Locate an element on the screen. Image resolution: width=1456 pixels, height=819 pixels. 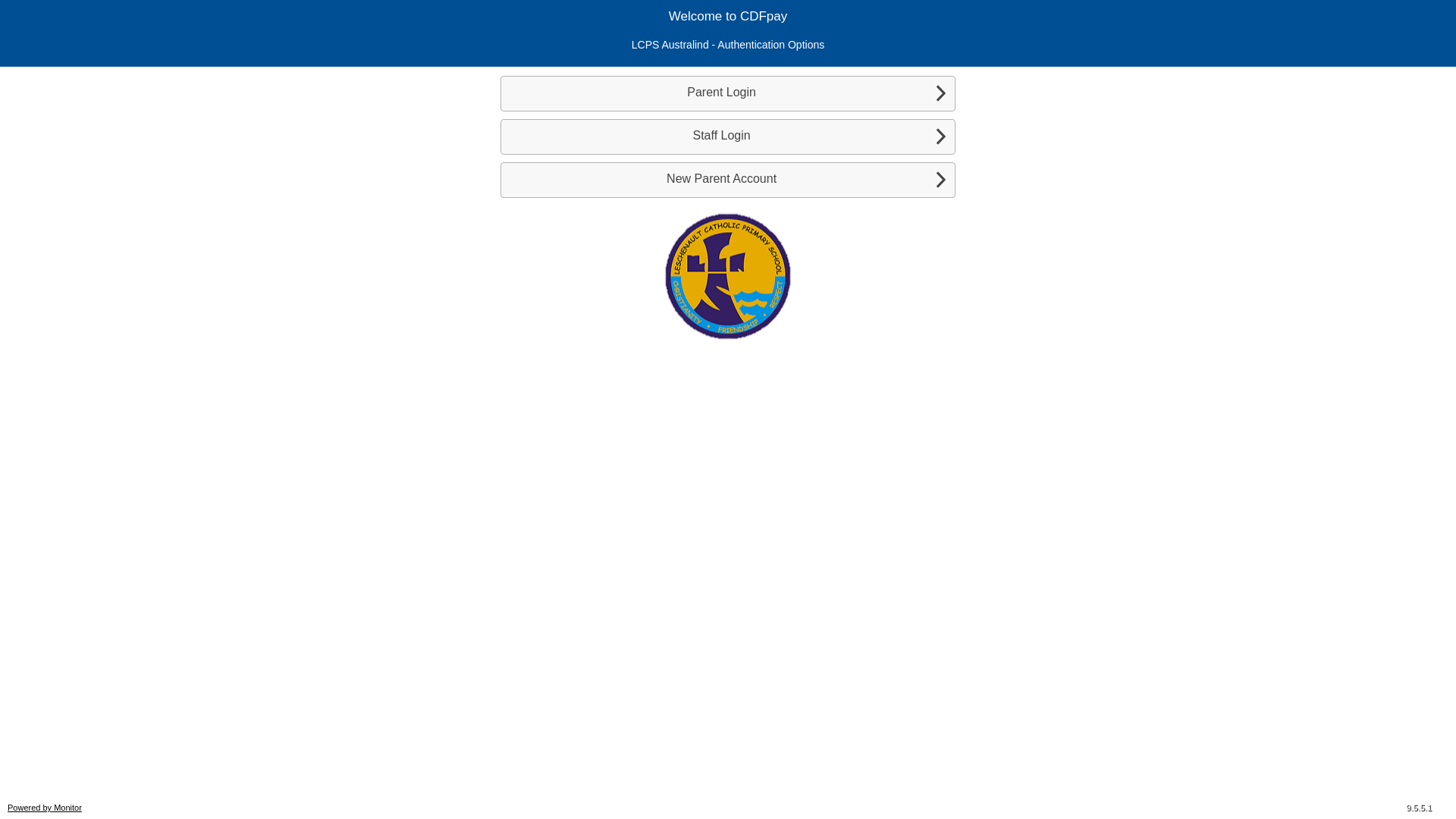
'Powered by Monitor' is located at coordinates (44, 806).